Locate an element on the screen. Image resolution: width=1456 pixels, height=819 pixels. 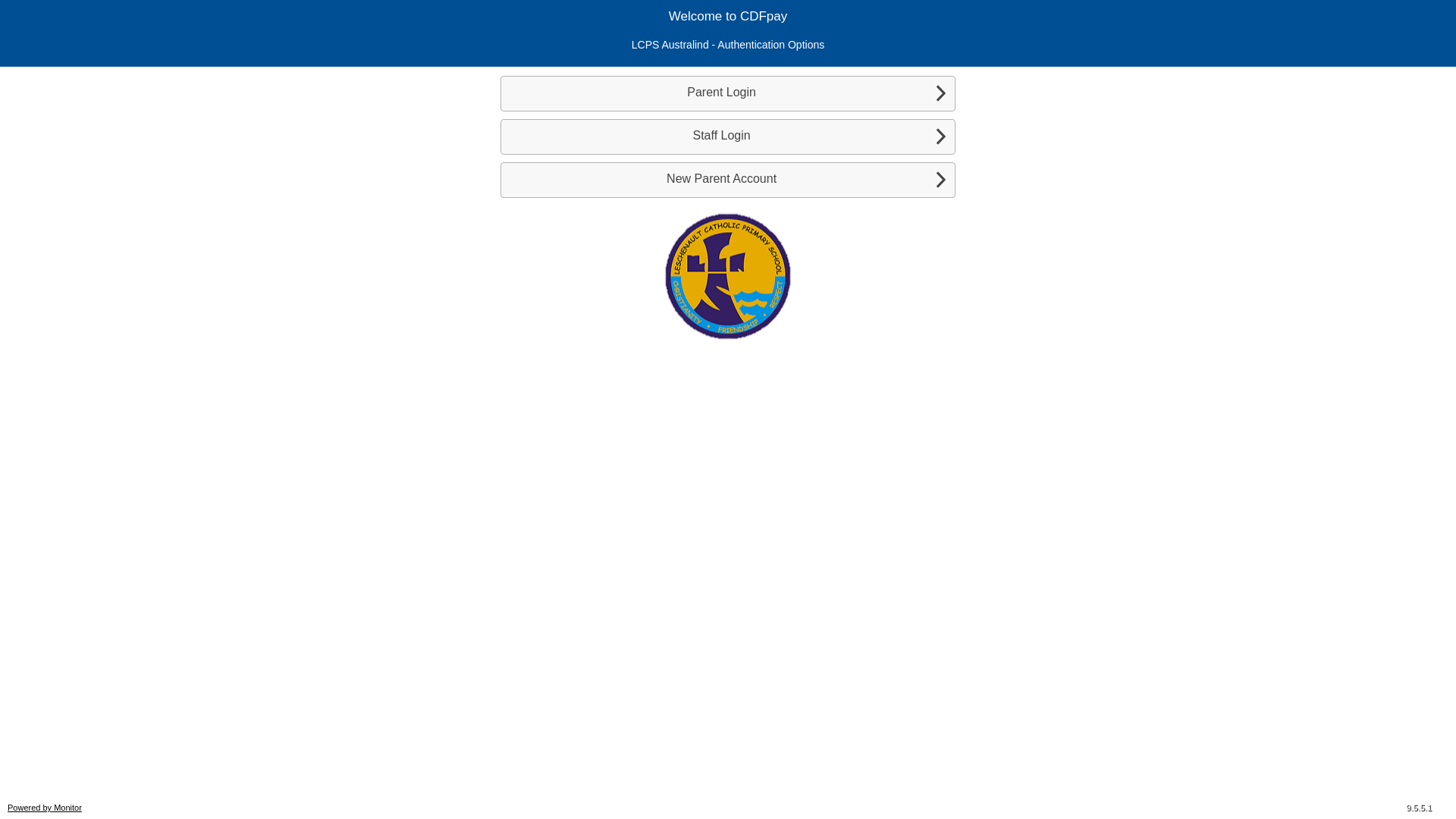
'Powered by Monitor' is located at coordinates (44, 806).